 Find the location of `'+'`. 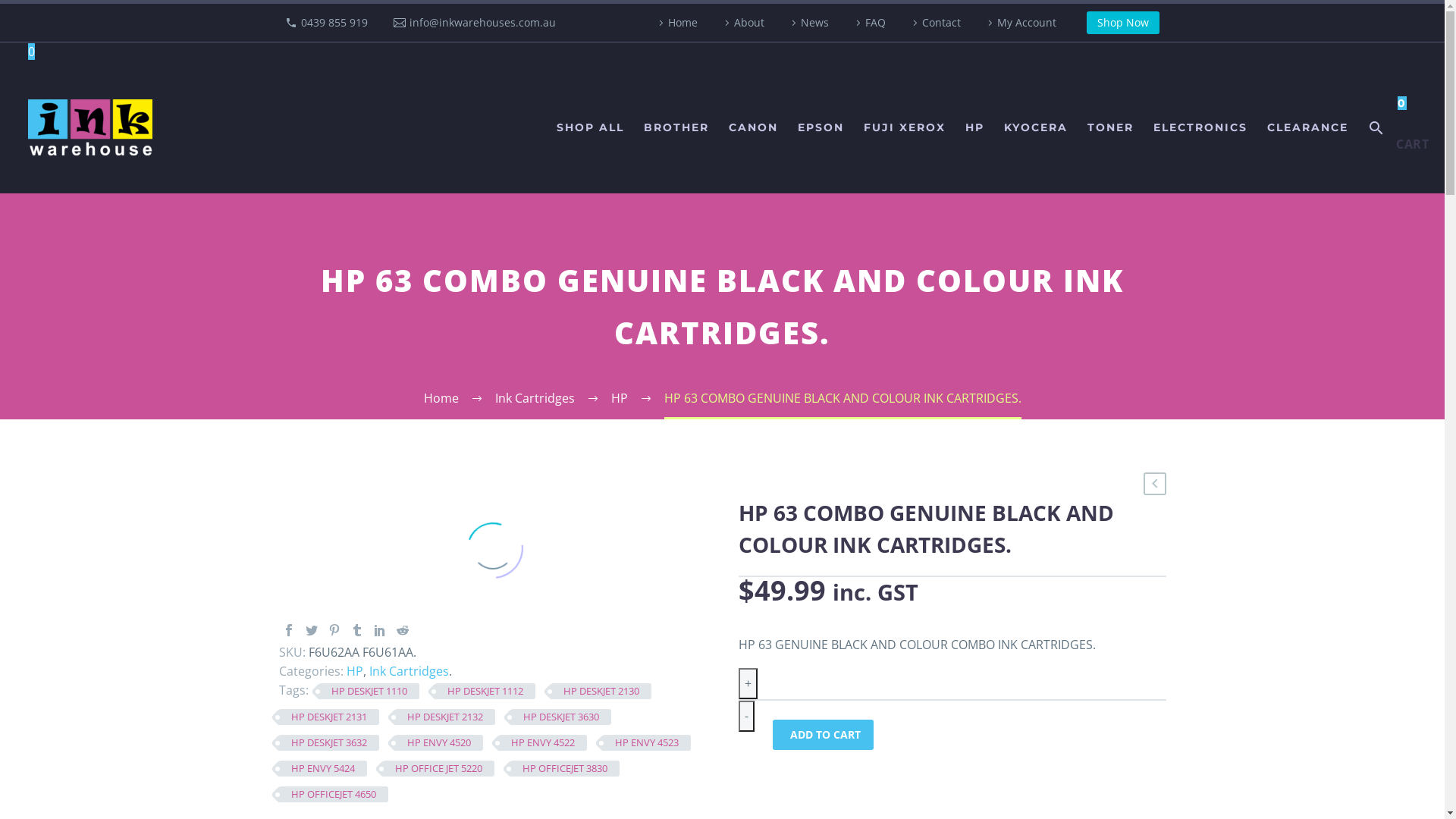

'+' is located at coordinates (748, 683).